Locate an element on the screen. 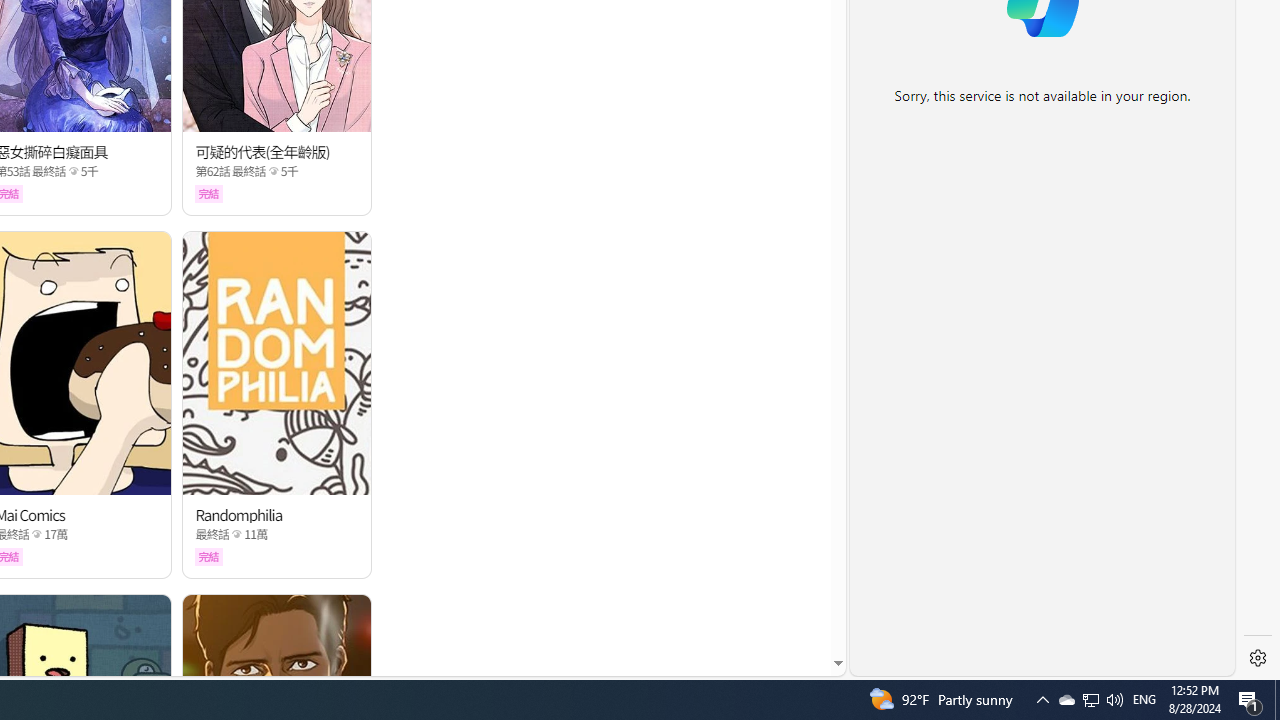  'Settings' is located at coordinates (1257, 658).